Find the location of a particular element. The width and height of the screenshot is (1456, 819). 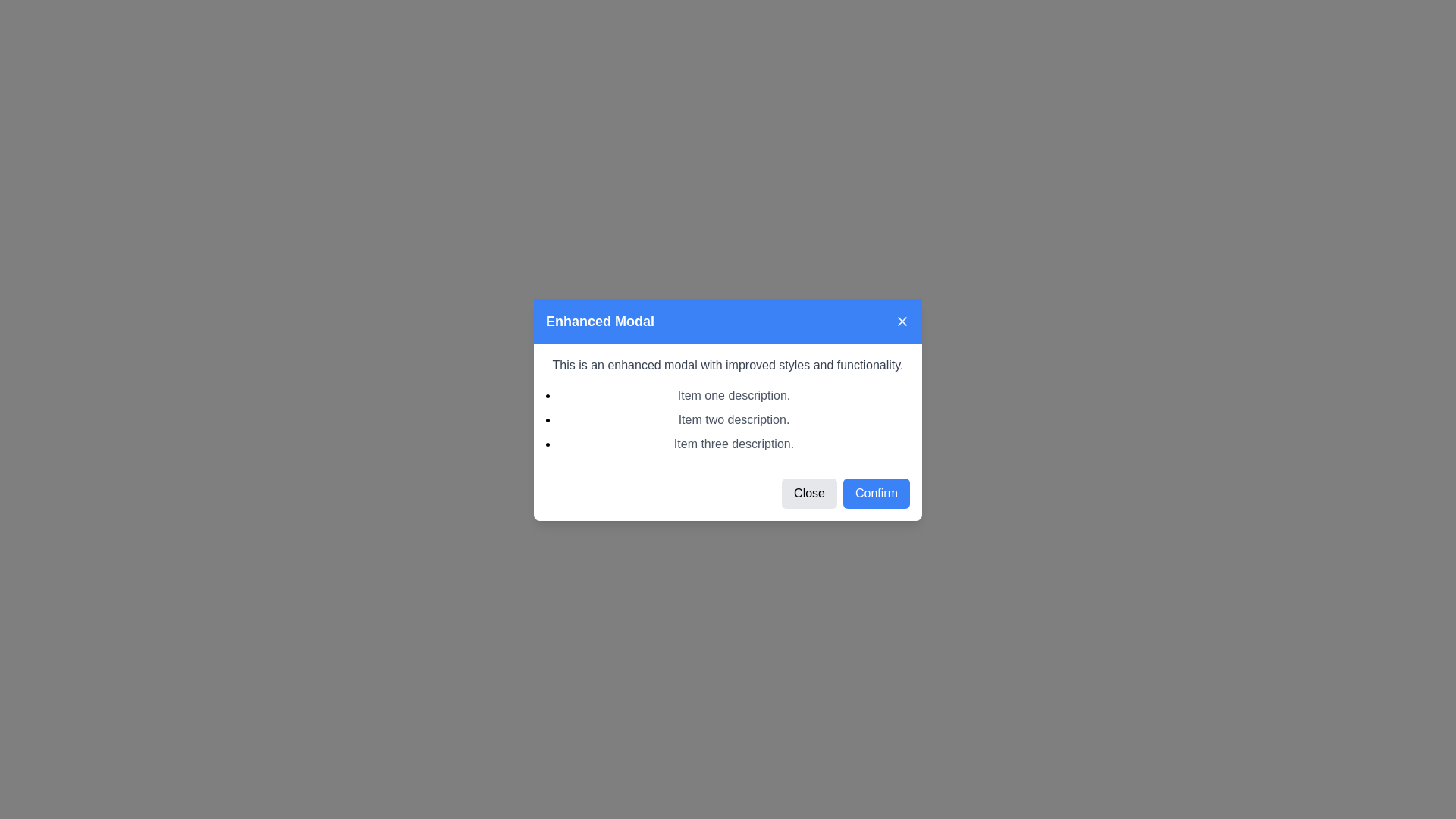

the close button icon, which is a small 'X' shaped icon located at the top-right corner of the modal dialog is located at coordinates (902, 320).